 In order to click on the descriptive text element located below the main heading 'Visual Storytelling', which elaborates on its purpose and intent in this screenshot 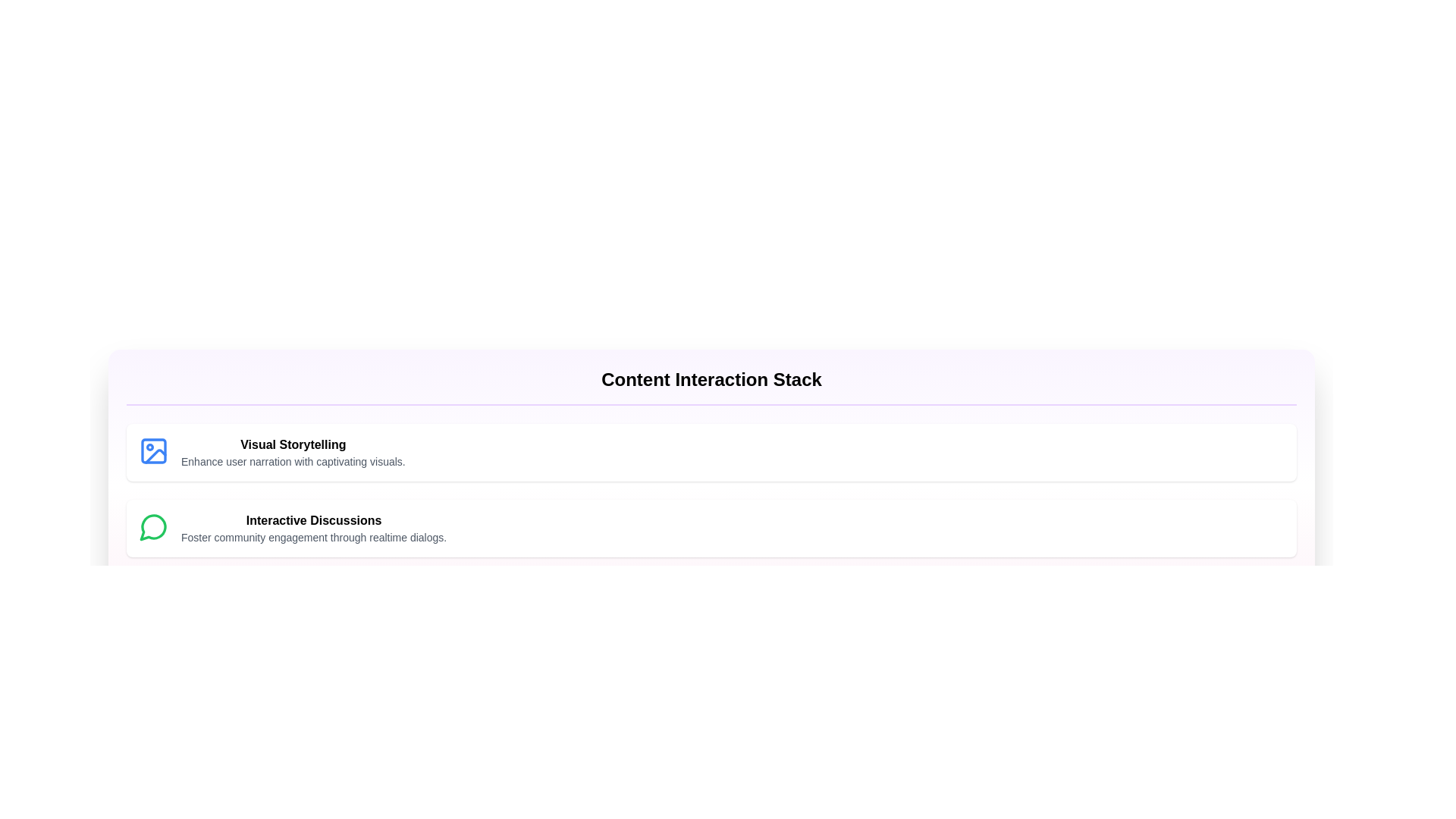, I will do `click(293, 461)`.